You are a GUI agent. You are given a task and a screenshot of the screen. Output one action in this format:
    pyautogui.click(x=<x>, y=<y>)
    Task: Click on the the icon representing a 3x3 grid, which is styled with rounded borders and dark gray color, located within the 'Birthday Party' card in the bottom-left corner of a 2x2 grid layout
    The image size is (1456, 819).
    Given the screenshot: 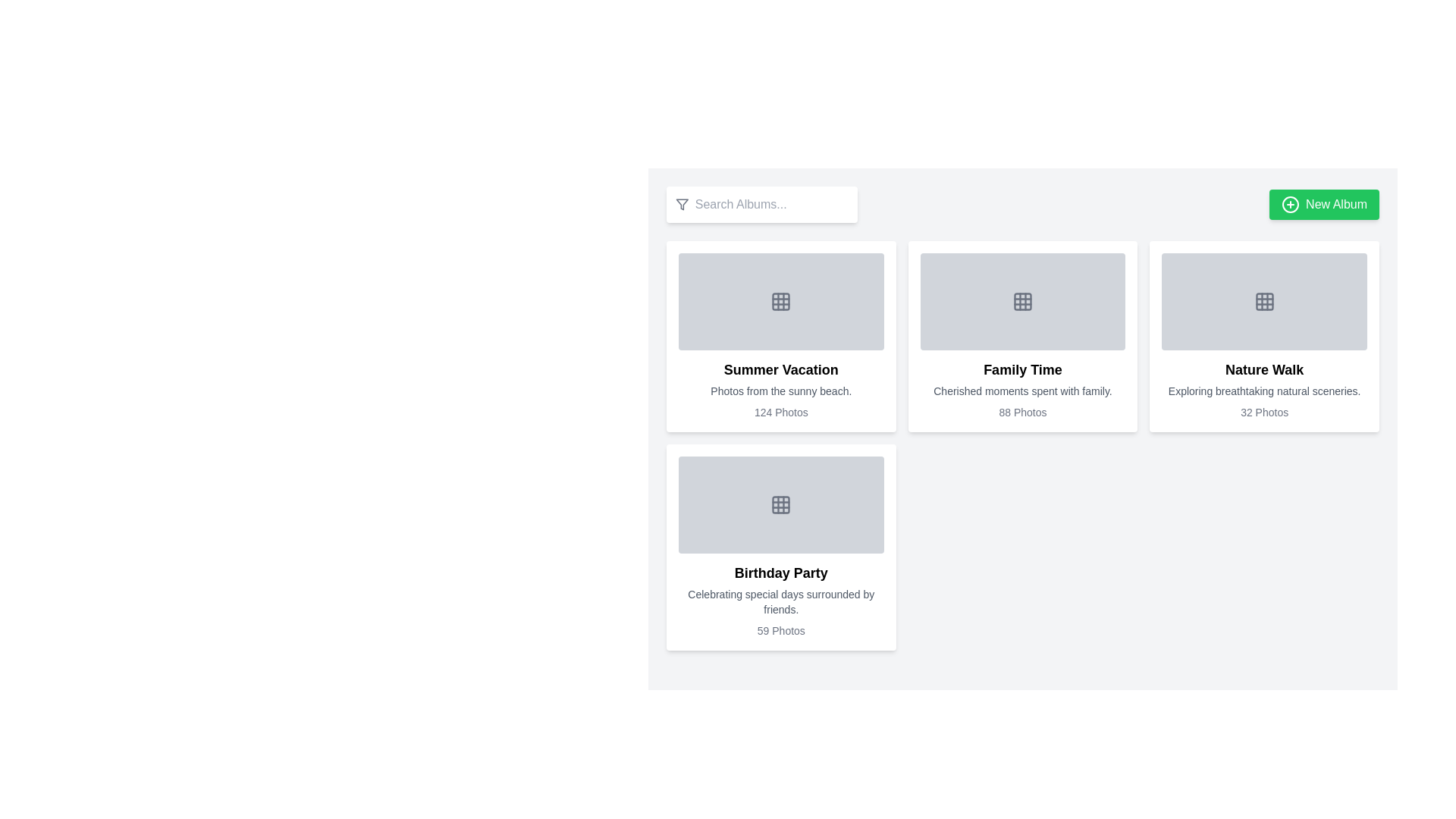 What is the action you would take?
    pyautogui.click(x=781, y=505)
    